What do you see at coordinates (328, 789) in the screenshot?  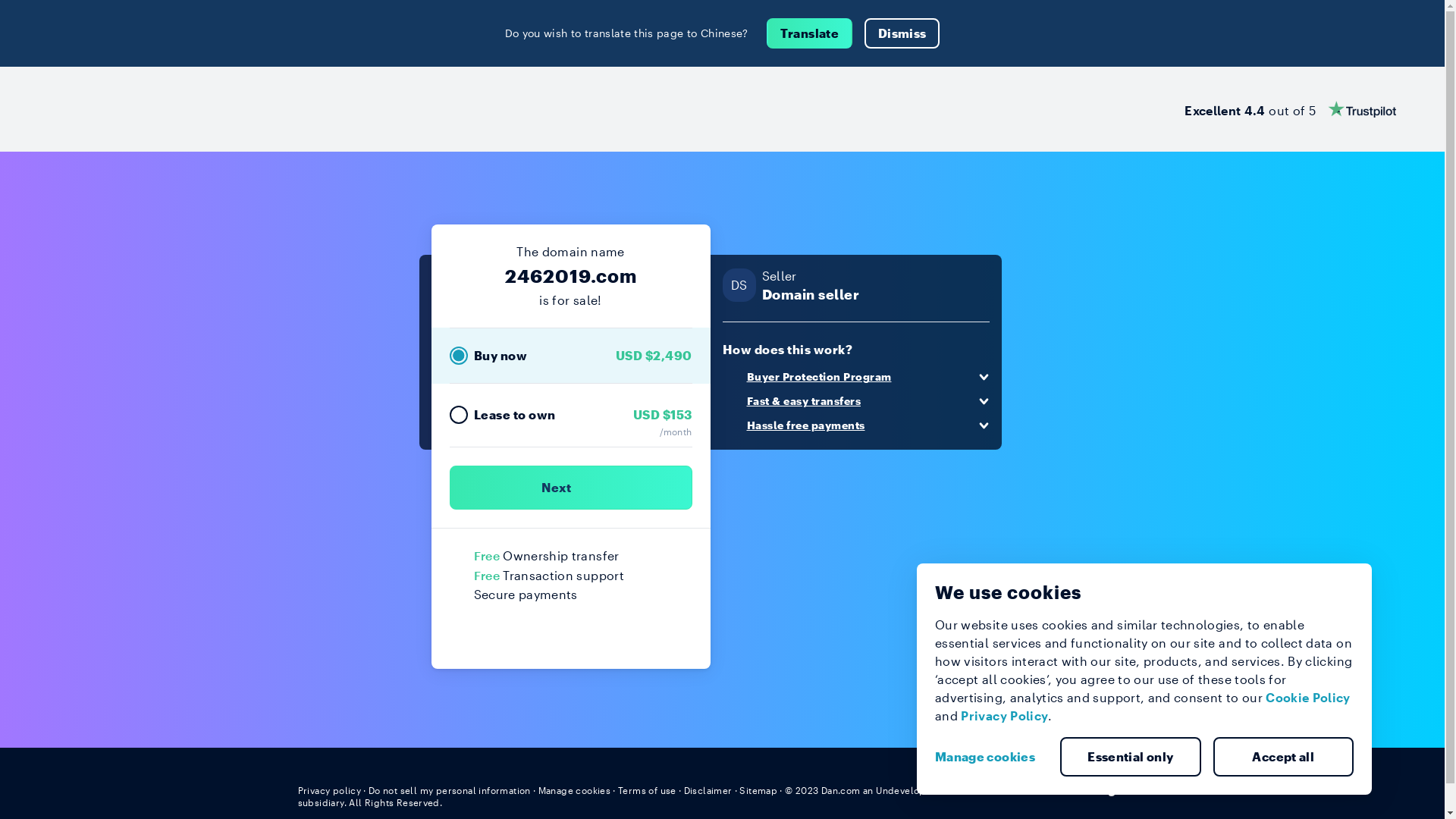 I see `'Privacy policy'` at bounding box center [328, 789].